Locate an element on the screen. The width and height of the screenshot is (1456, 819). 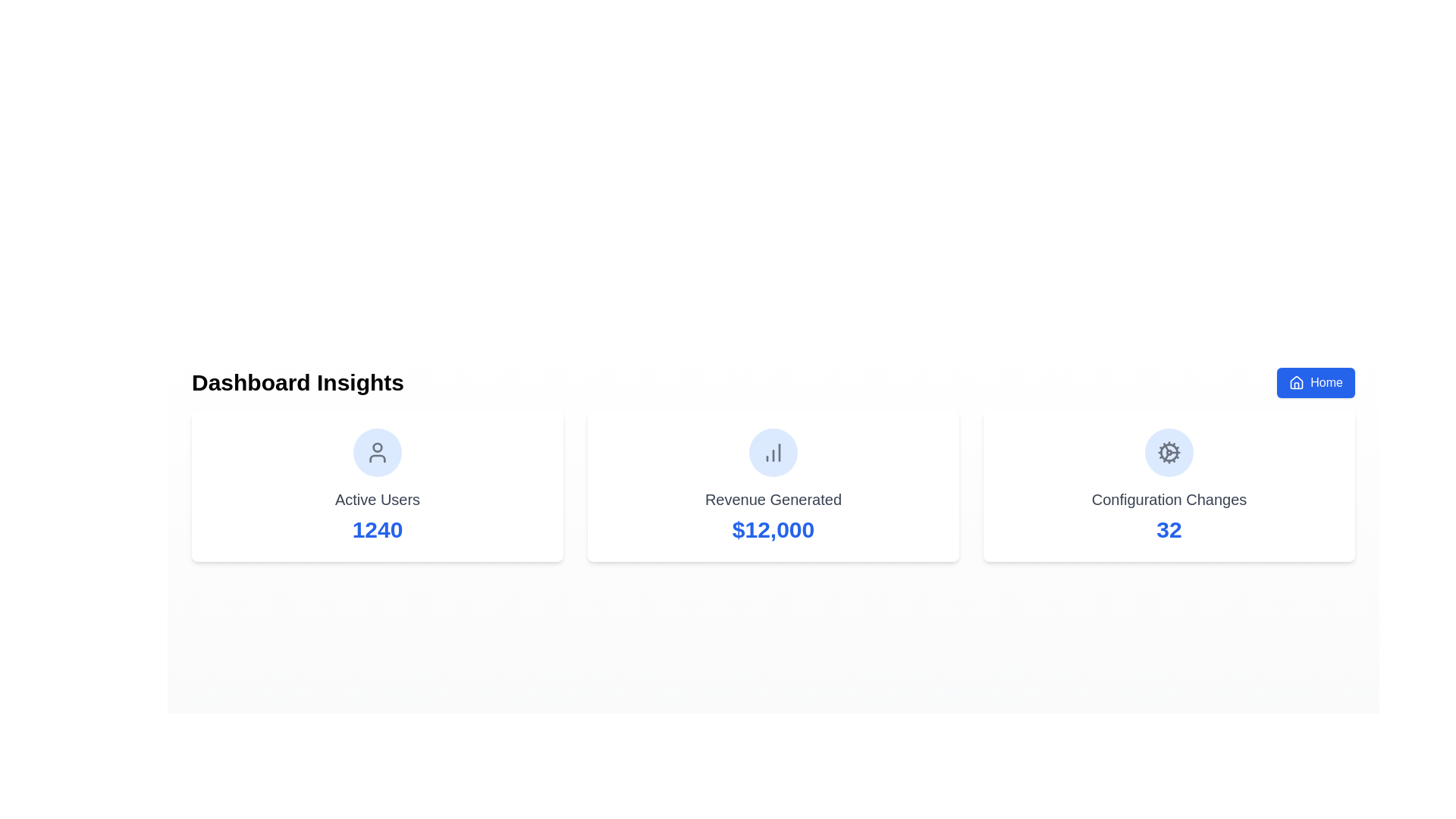
the large, bold number '32' displayed in blue, located in the third card under the label 'Configuration Changes' is located at coordinates (1168, 529).